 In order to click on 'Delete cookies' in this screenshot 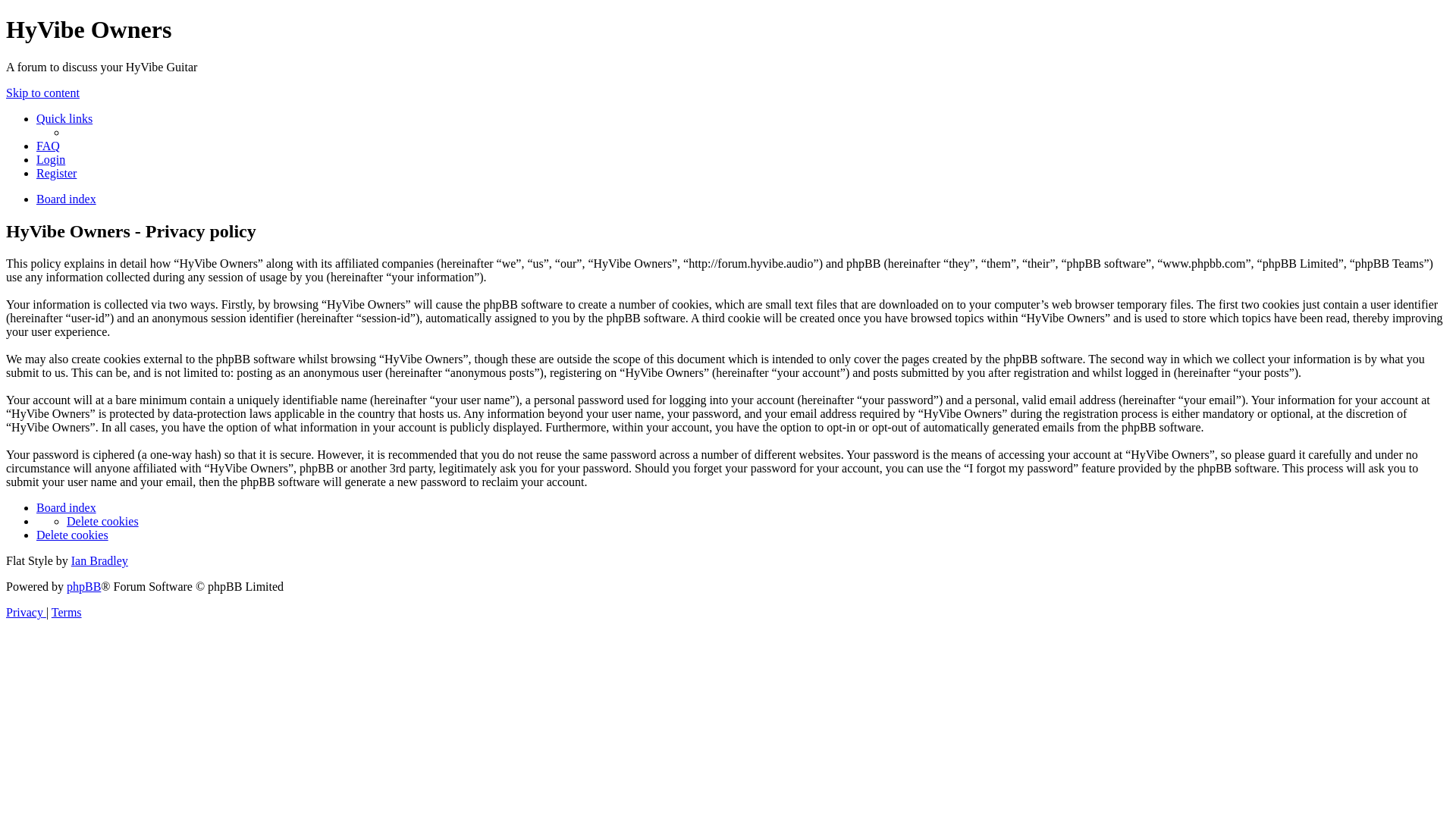, I will do `click(71, 534)`.